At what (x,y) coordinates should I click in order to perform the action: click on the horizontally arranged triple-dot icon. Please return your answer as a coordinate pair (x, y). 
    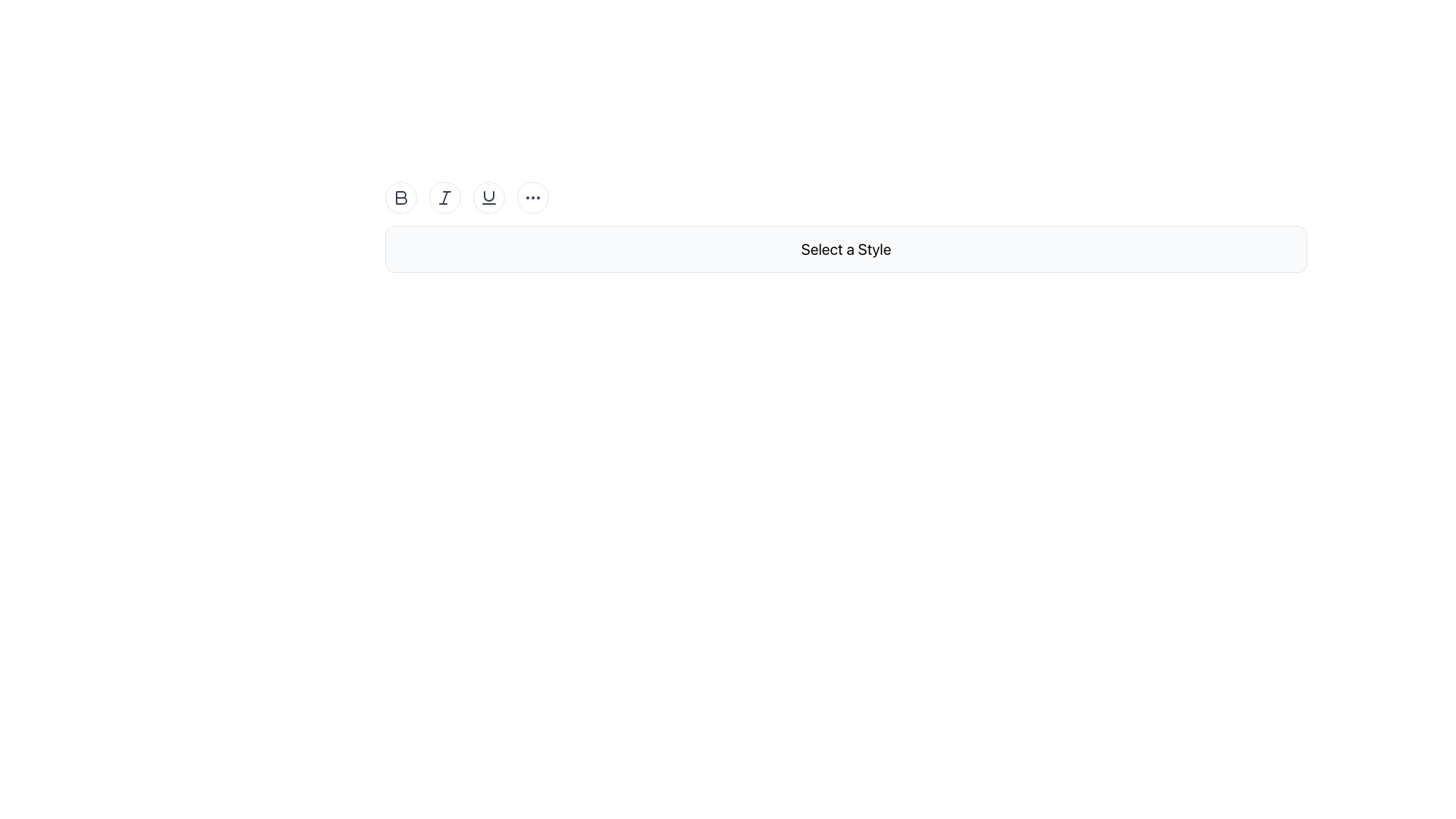
    Looking at the image, I should click on (532, 197).